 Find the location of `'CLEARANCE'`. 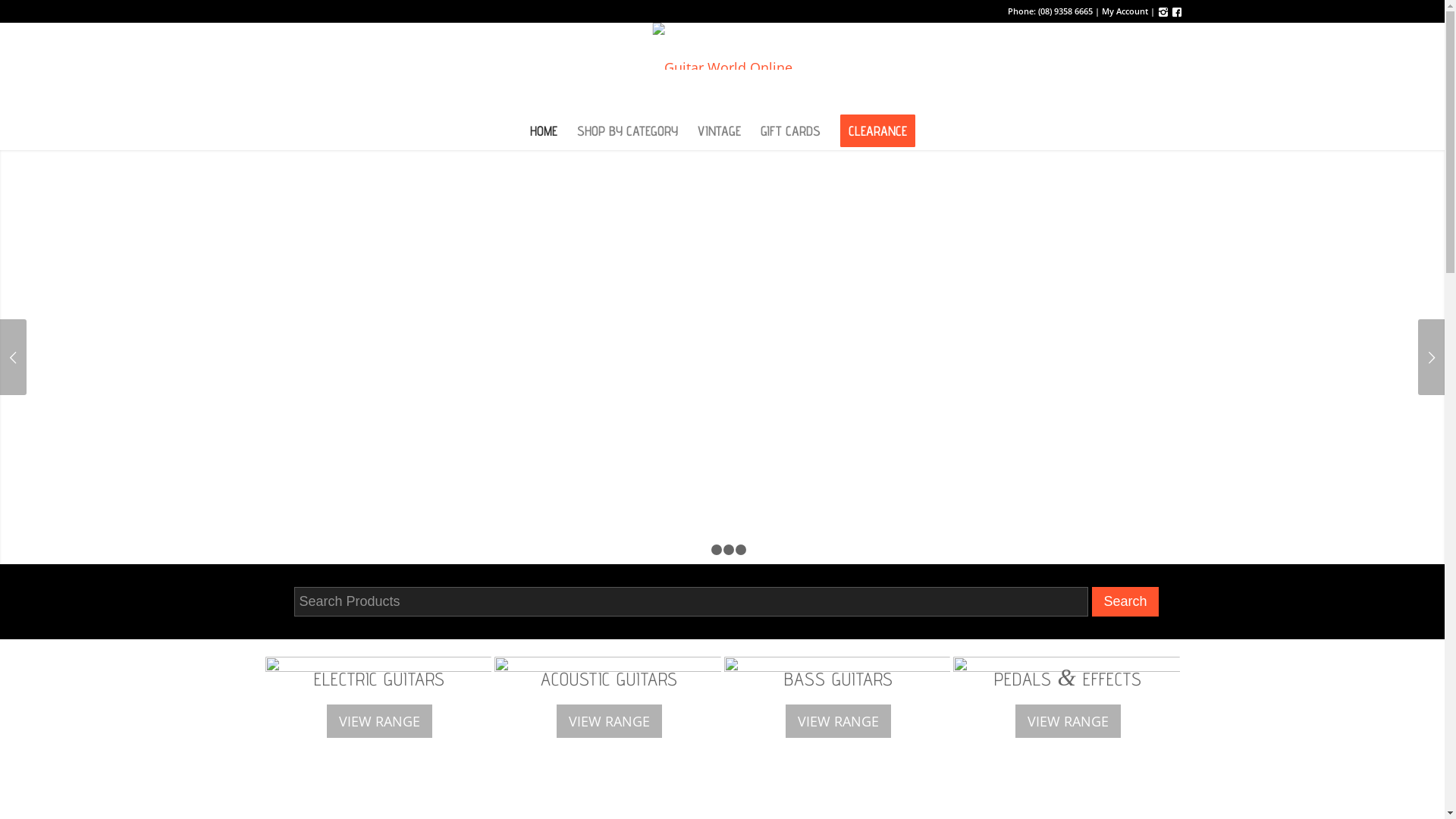

'CLEARANCE' is located at coordinates (877, 130).